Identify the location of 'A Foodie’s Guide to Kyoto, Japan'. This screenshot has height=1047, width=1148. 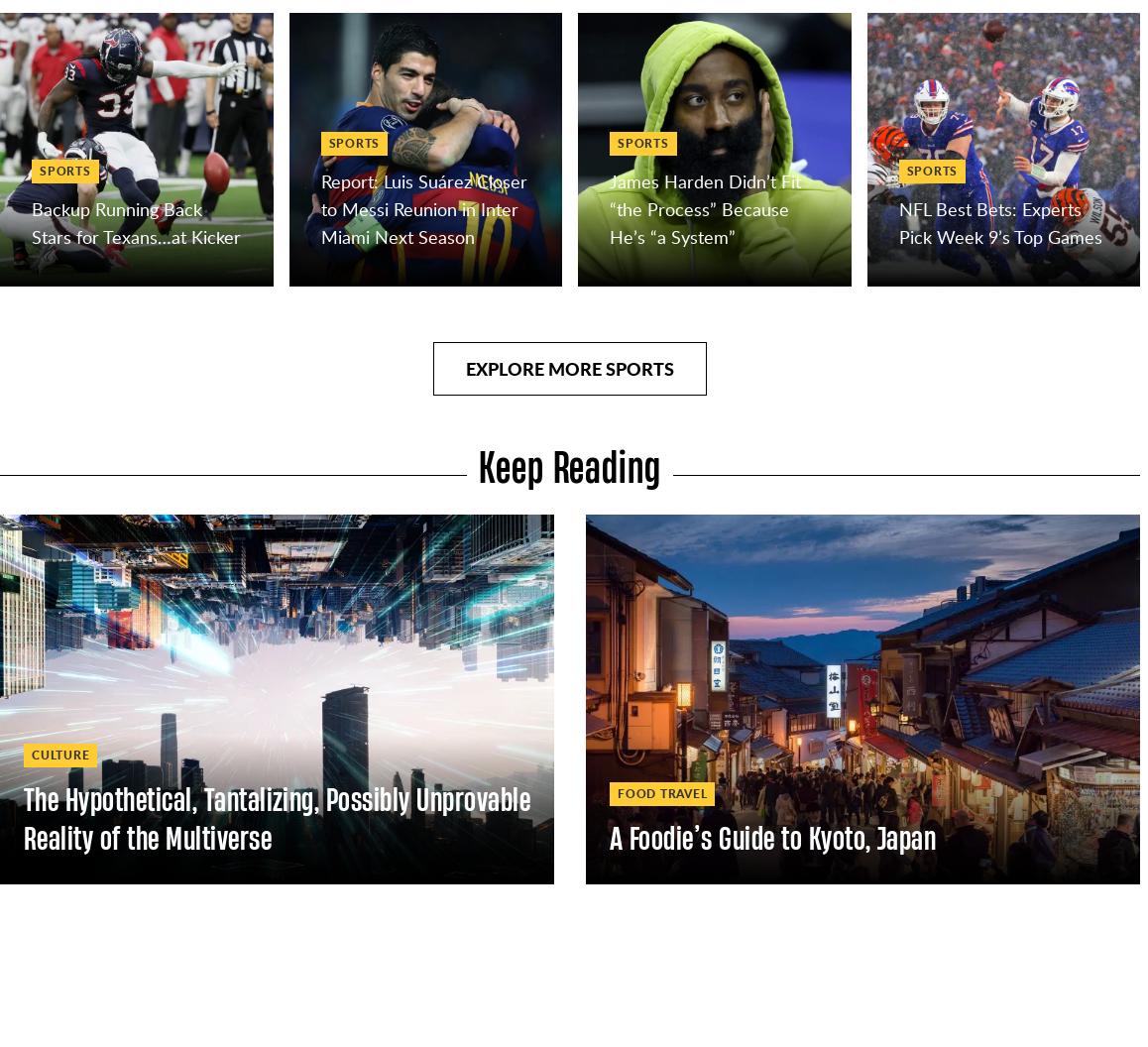
(772, 836).